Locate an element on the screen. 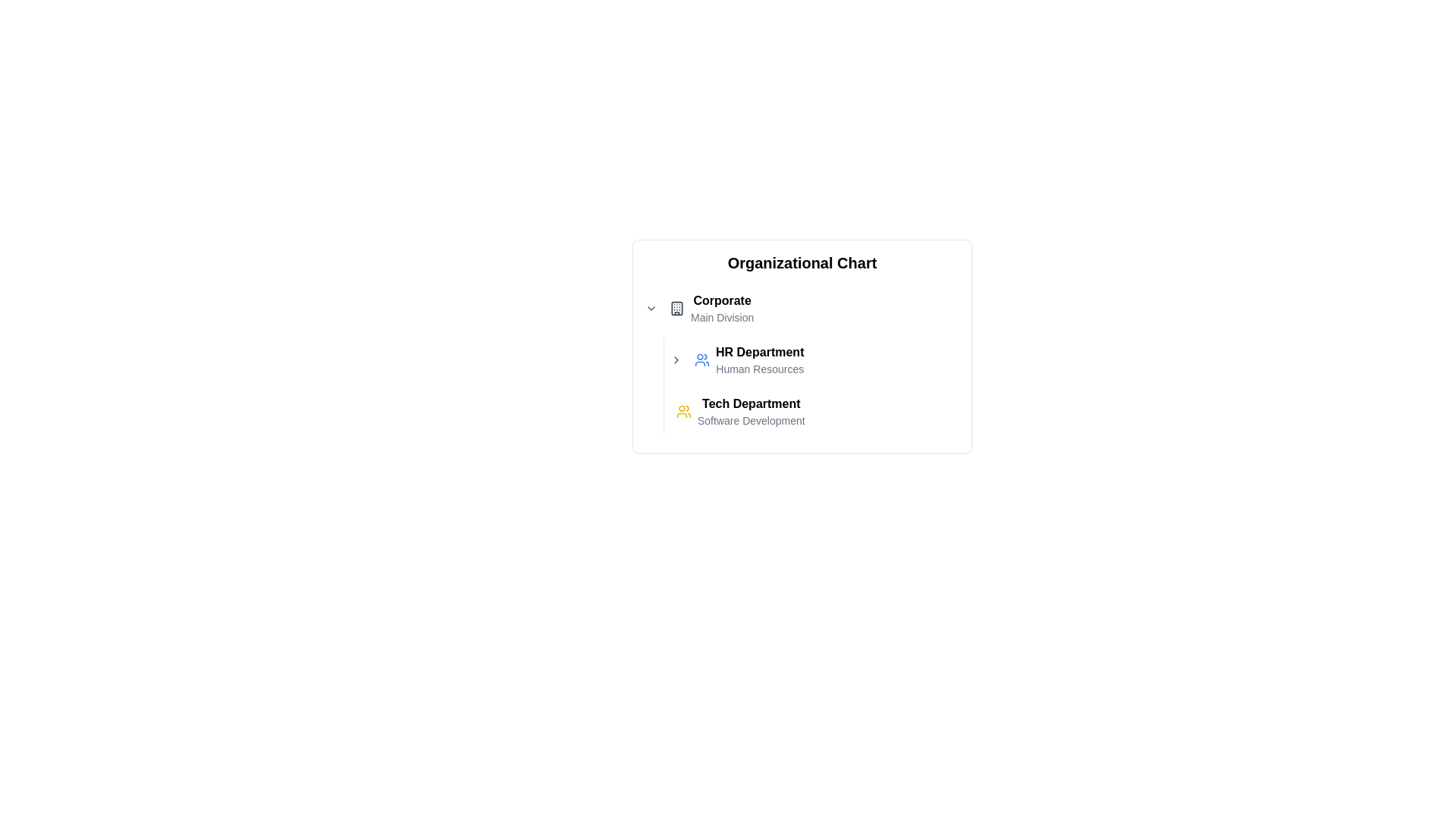 The width and height of the screenshot is (1456, 819). the icon representing a building in the Corporate section of the organizational chart, which visually symbolizes the main structure of the building is located at coordinates (676, 308).